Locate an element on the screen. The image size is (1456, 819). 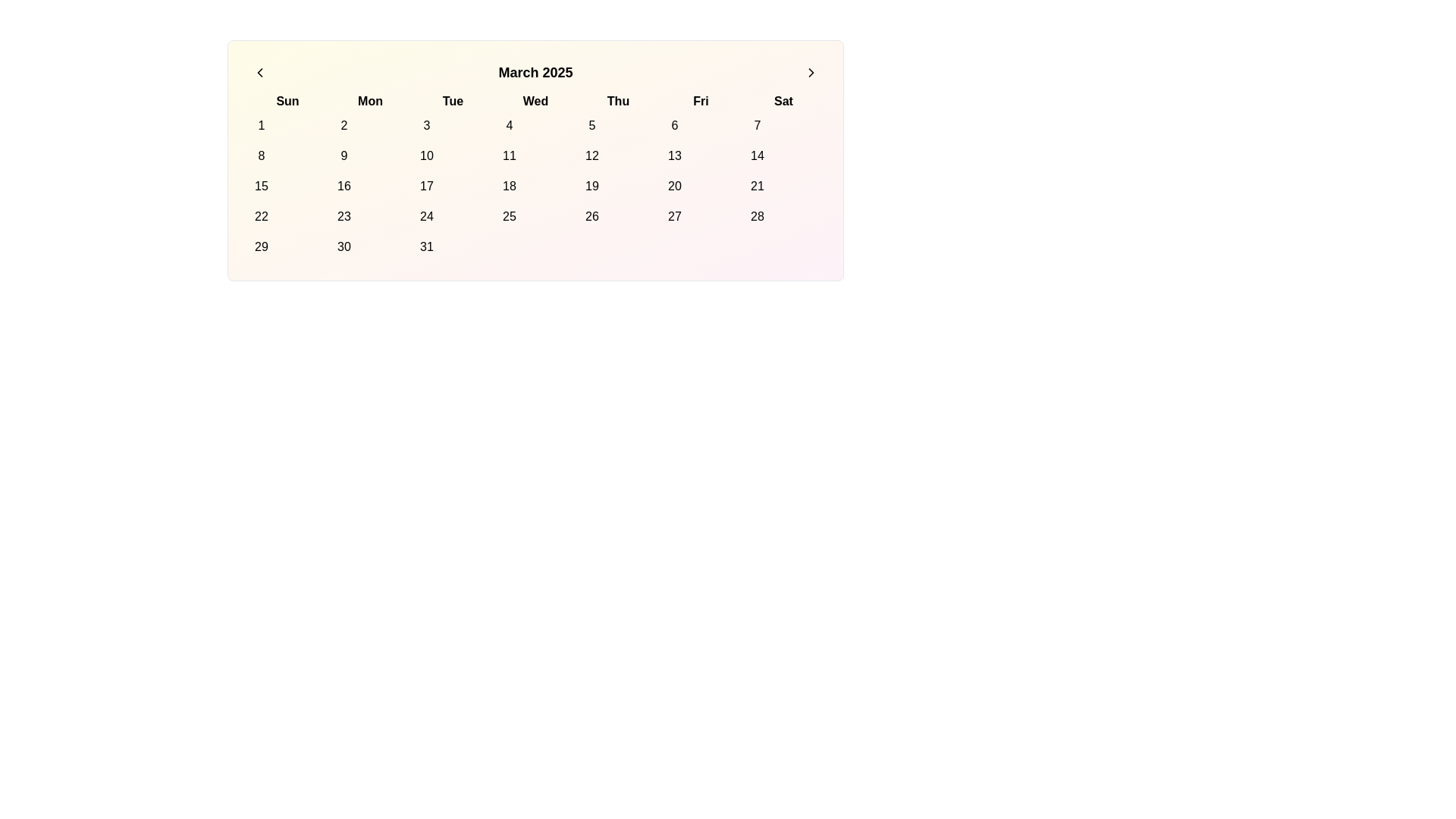
the interactive button representing a calendar day located at the intersection of the second column in the fifth row is located at coordinates (344, 186).